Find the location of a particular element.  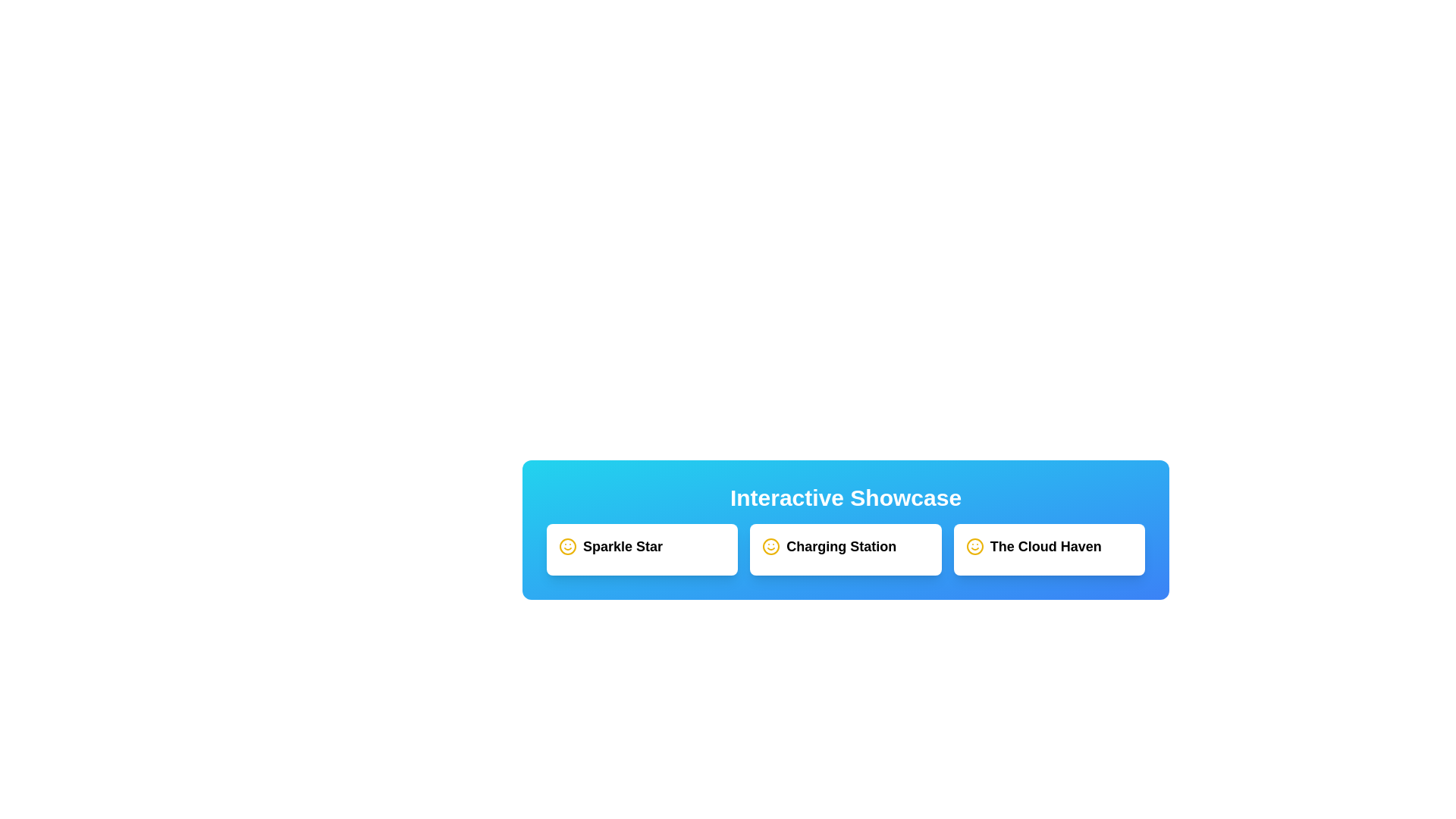

the orange smiling face icon representing a cheerful expression, located on the left side of the label 'The Cloud Haven' in the rightmost box of the 'Interactive Showcase' section is located at coordinates (974, 547).